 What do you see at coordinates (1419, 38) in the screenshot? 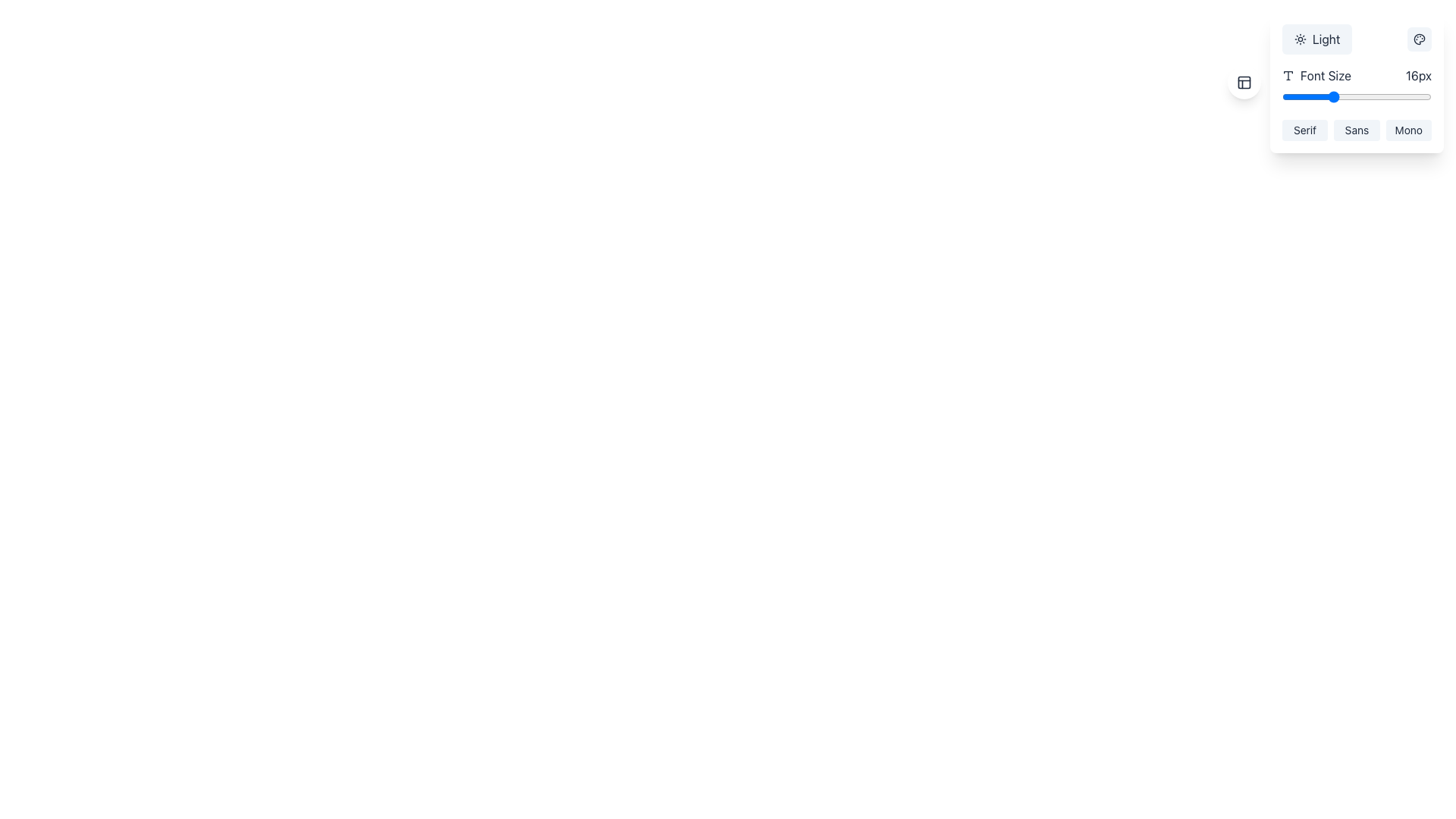
I see `the painter's palette icon located in the top-right corner of the popup interface` at bounding box center [1419, 38].